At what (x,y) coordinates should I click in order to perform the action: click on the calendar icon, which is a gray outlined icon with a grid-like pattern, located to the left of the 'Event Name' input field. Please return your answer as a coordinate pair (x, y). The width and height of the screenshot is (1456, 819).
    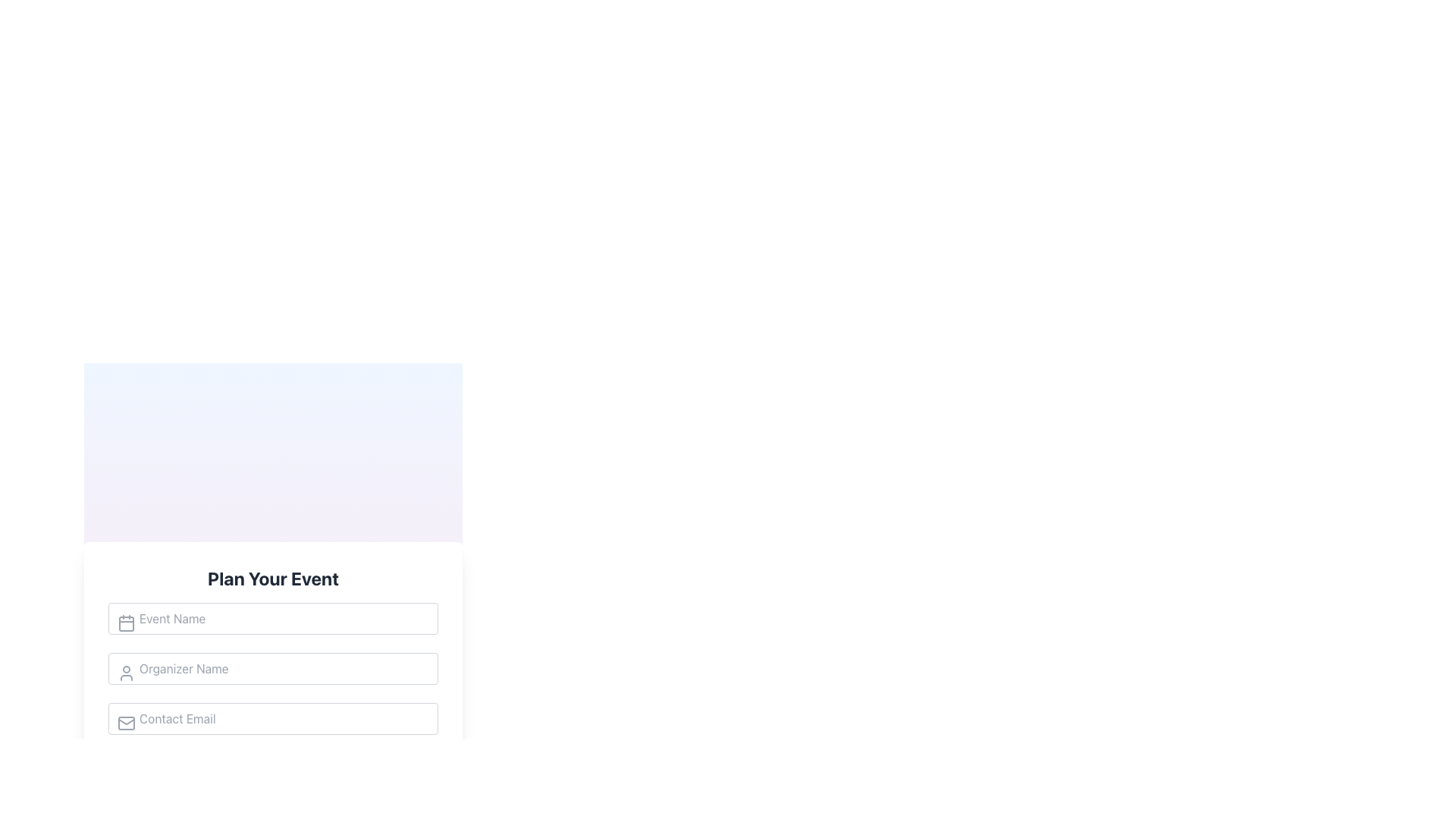
    Looking at the image, I should click on (127, 623).